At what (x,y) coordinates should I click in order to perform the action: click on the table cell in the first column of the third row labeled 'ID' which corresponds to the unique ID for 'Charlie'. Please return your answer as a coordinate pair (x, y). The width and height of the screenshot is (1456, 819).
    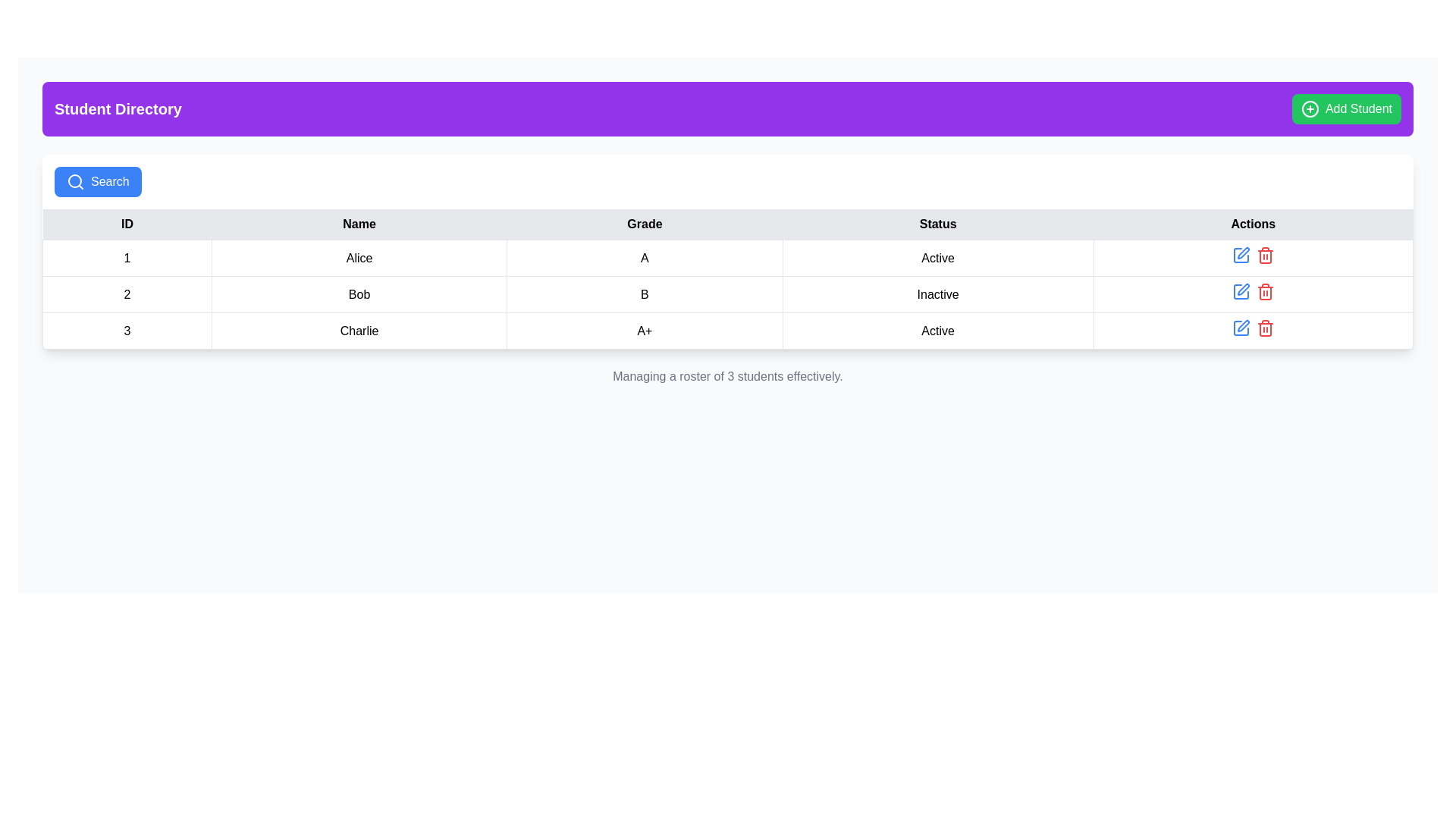
    Looking at the image, I should click on (127, 330).